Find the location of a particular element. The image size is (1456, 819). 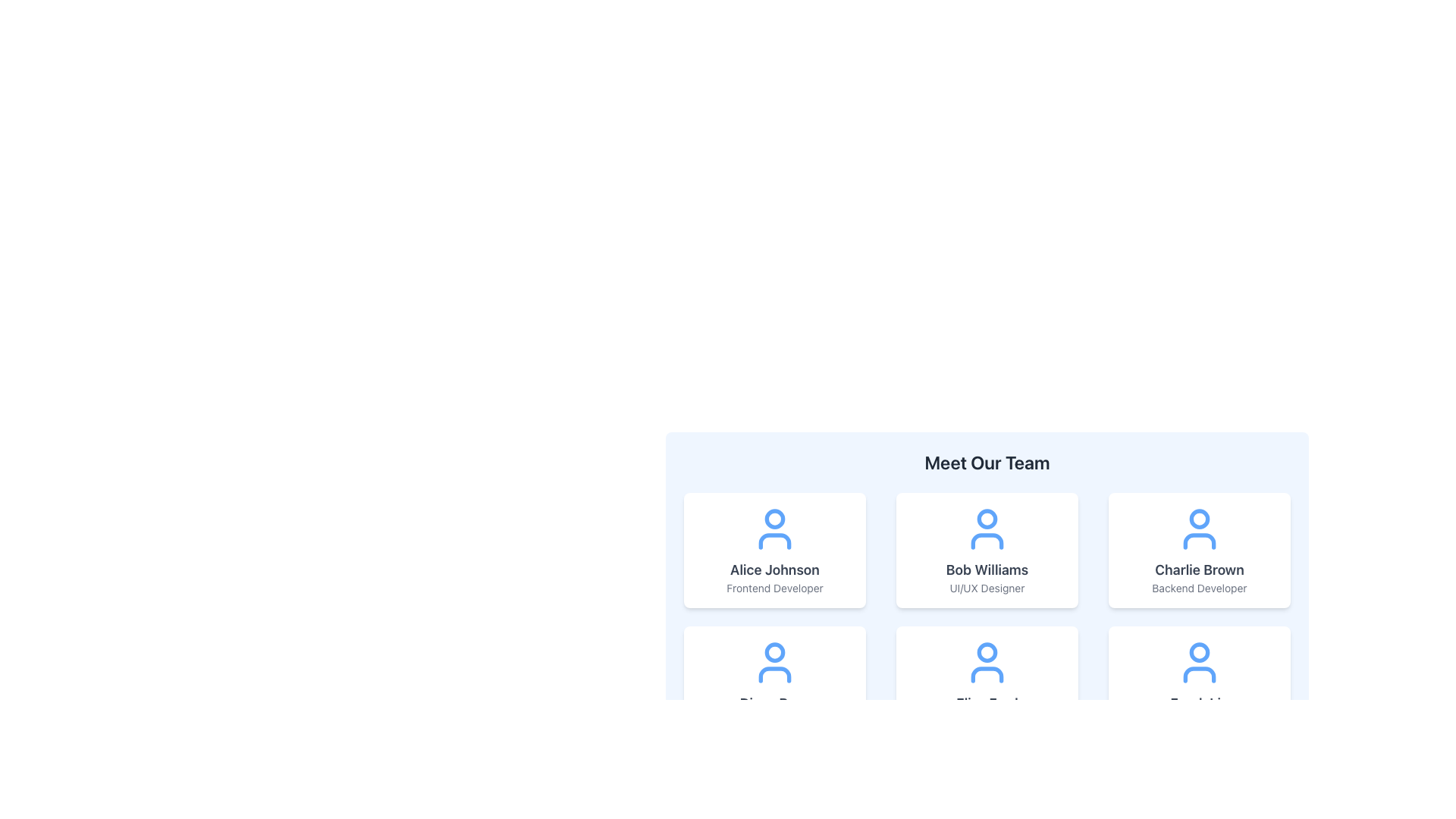

the text displaying 'Frank Lin' in gray color and bold font style, located within the bottom-right card of the team section, below the profile icon and above the text 'QA Engineer' is located at coordinates (1199, 704).